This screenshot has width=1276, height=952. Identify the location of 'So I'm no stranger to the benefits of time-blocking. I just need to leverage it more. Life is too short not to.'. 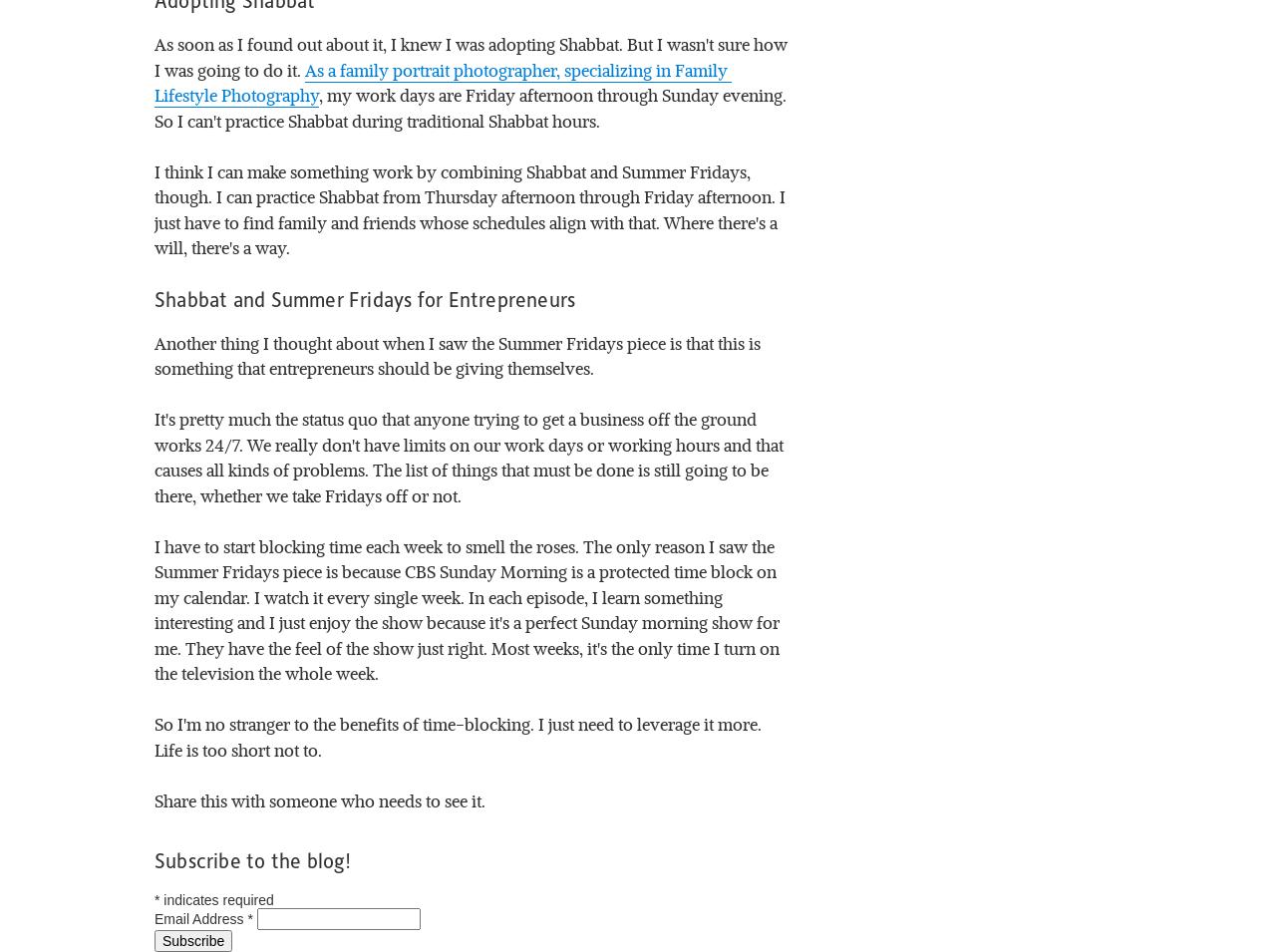
(154, 735).